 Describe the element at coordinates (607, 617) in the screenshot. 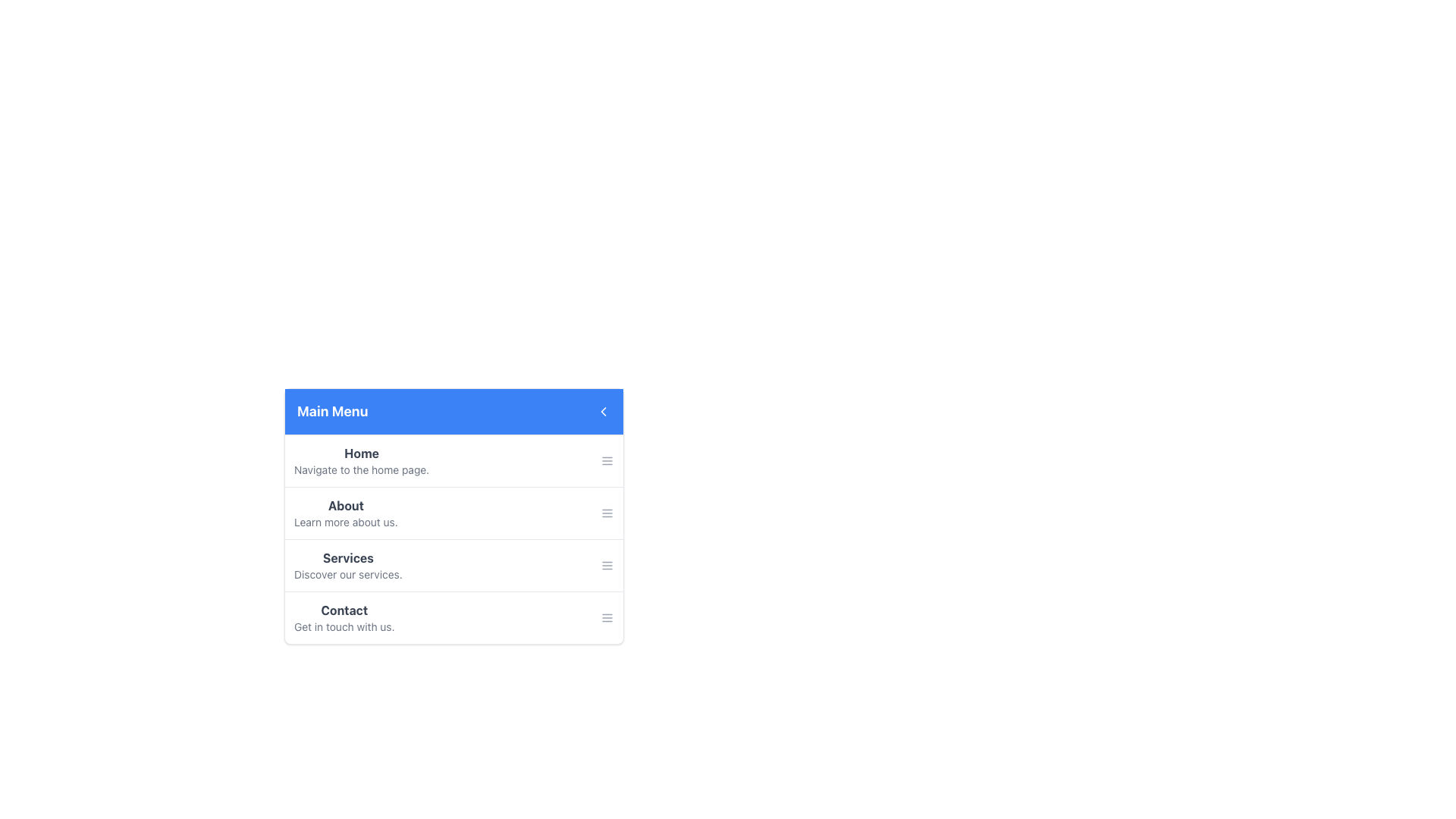

I see `the Menu Icon located in the 'Contact' row, which is aligned to the right of the text 'Get in touch with us'` at that location.